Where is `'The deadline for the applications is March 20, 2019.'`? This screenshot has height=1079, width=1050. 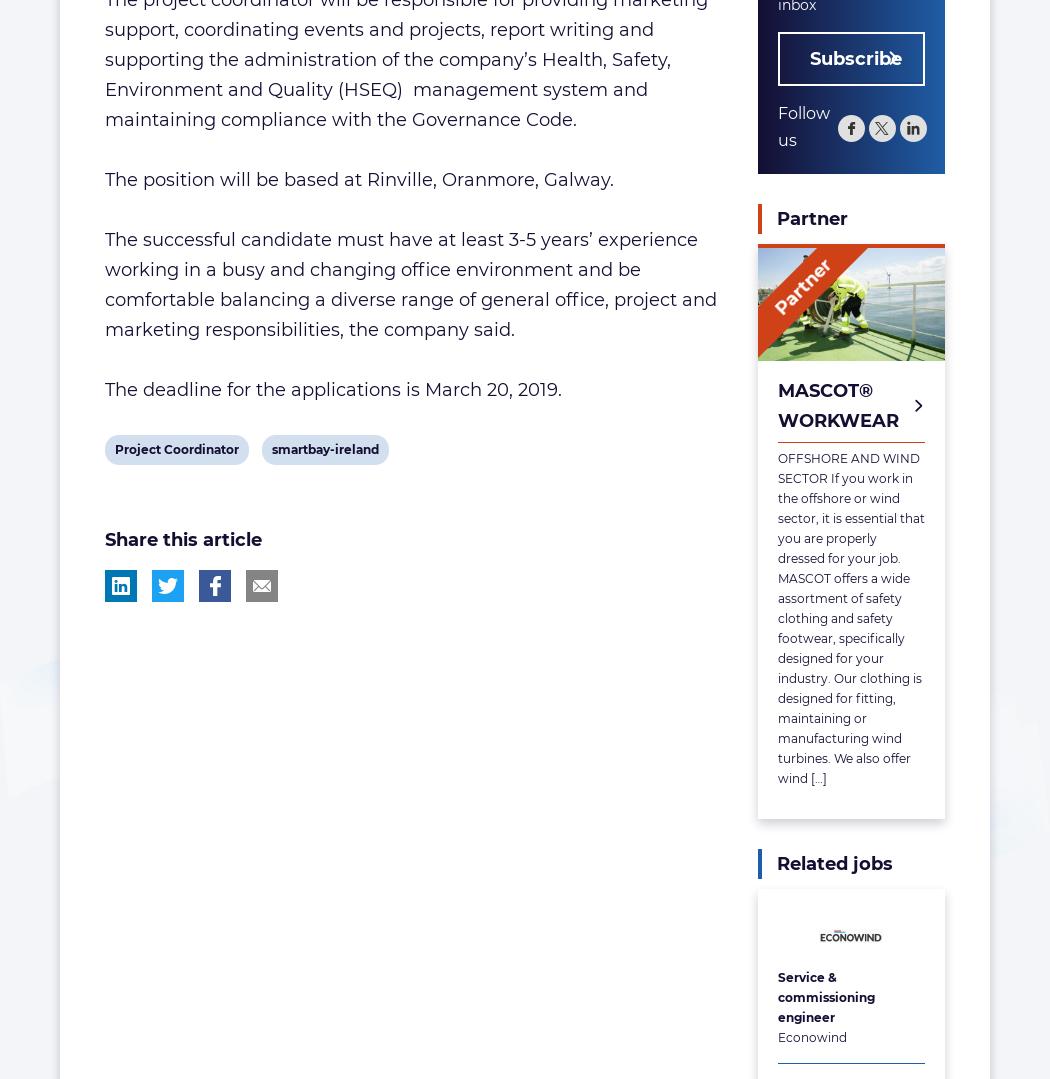 'The deadline for the applications is March 20, 2019.' is located at coordinates (105, 388).